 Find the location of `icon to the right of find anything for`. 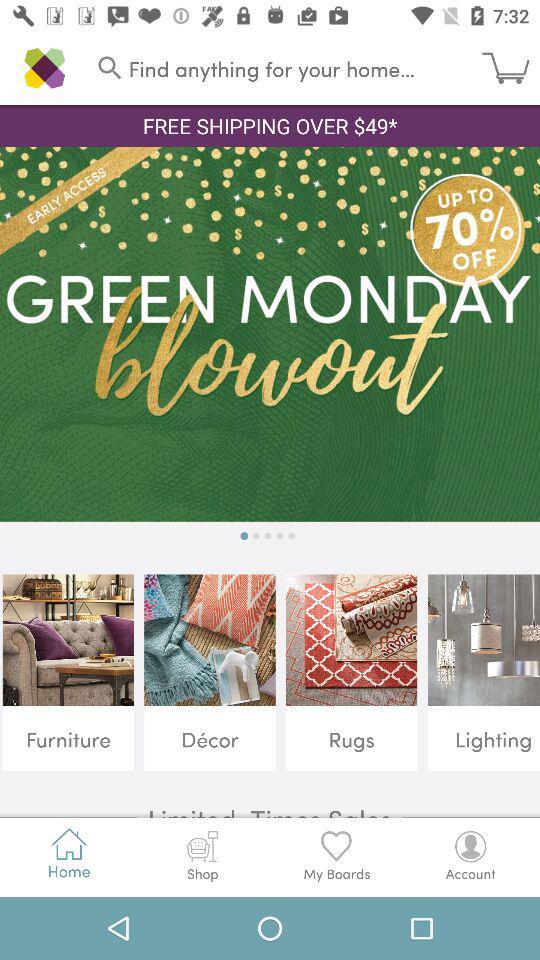

icon to the right of find anything for is located at coordinates (511, 68).